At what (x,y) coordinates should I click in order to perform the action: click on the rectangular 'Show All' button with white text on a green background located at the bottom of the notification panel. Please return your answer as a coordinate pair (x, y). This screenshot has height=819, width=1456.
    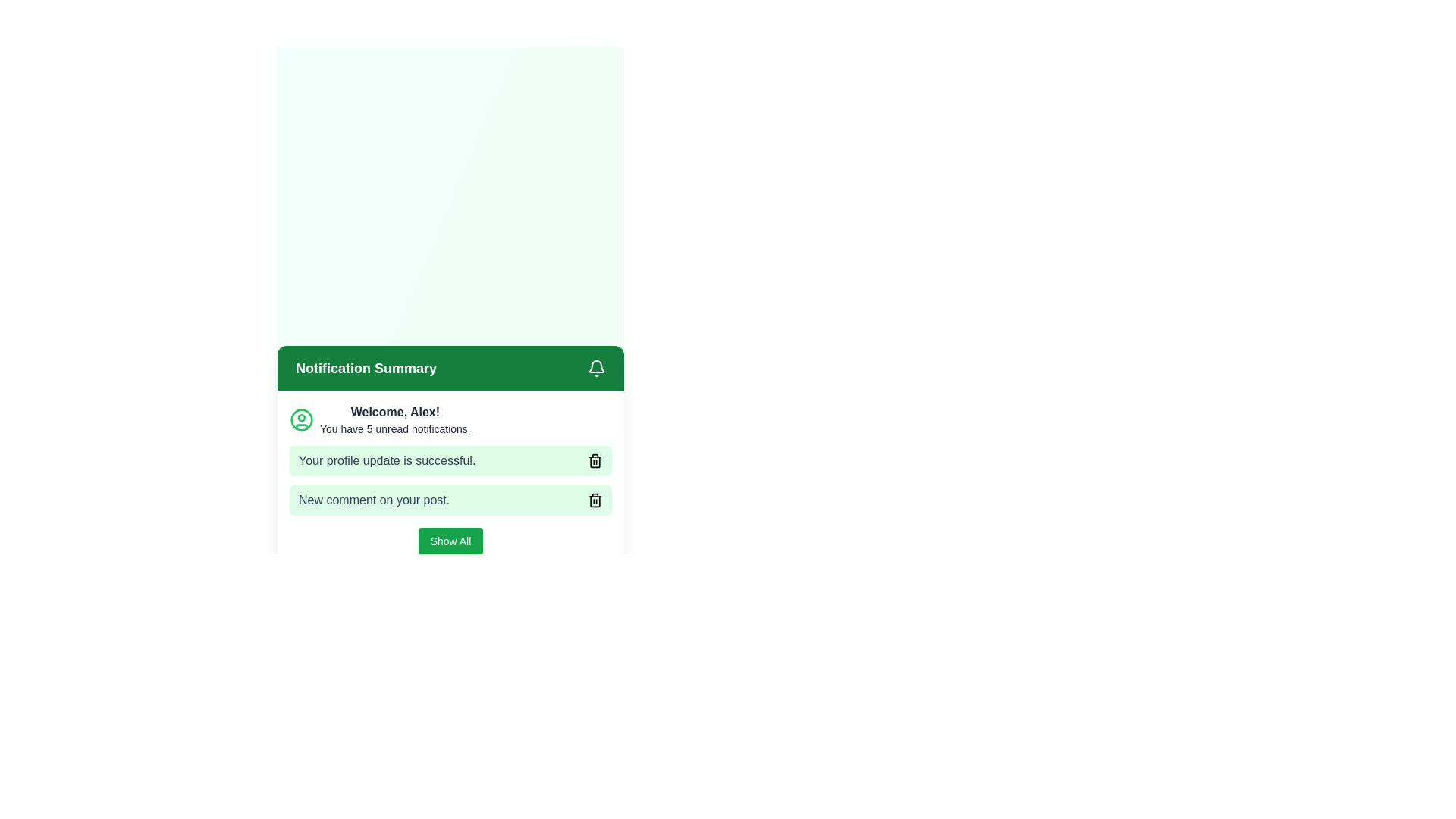
    Looking at the image, I should click on (450, 540).